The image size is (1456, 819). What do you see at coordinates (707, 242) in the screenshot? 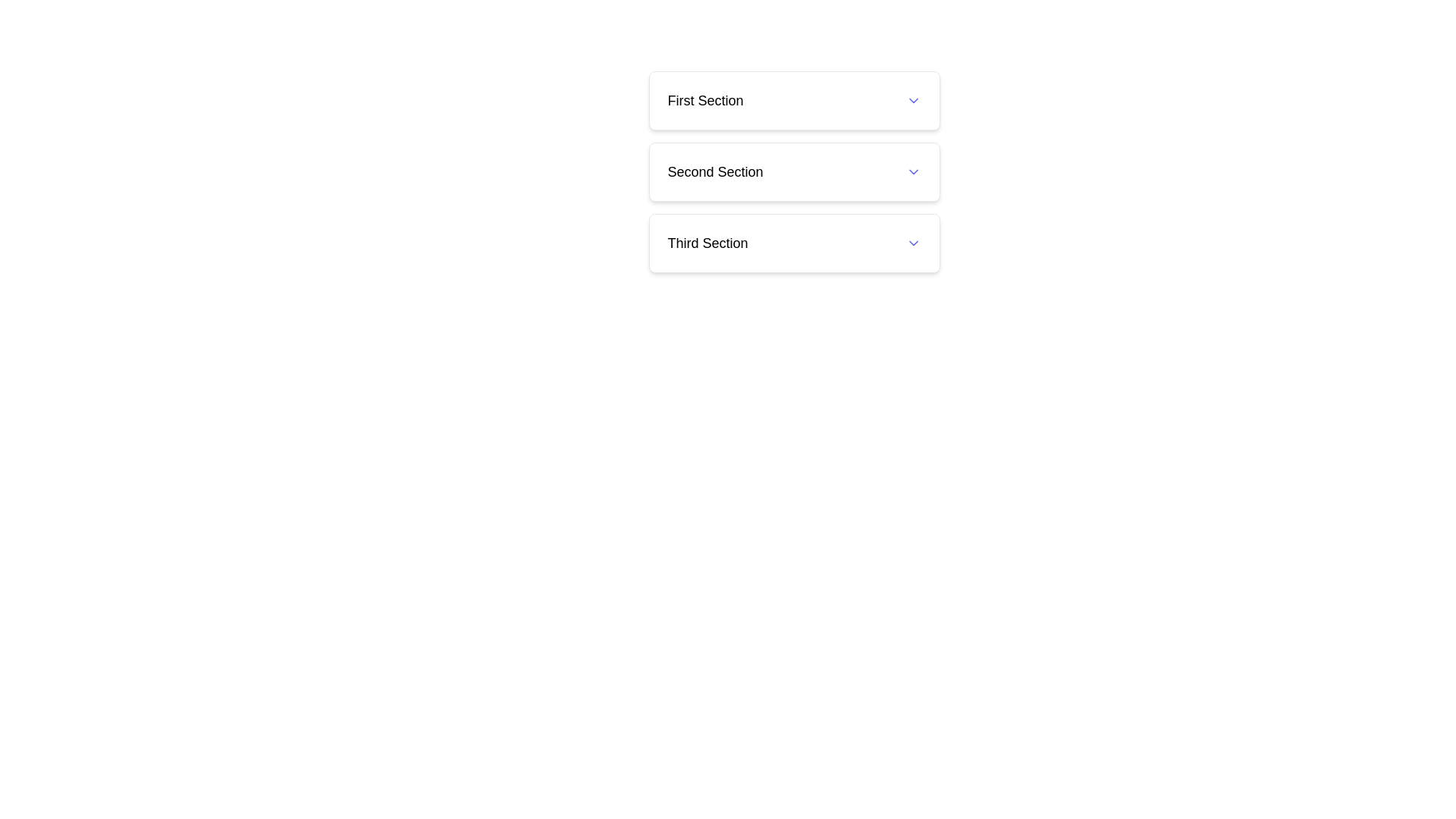
I see `the label indicating the title of the third section in the collapsible menu, located directly below the 'Second Section' label` at bounding box center [707, 242].